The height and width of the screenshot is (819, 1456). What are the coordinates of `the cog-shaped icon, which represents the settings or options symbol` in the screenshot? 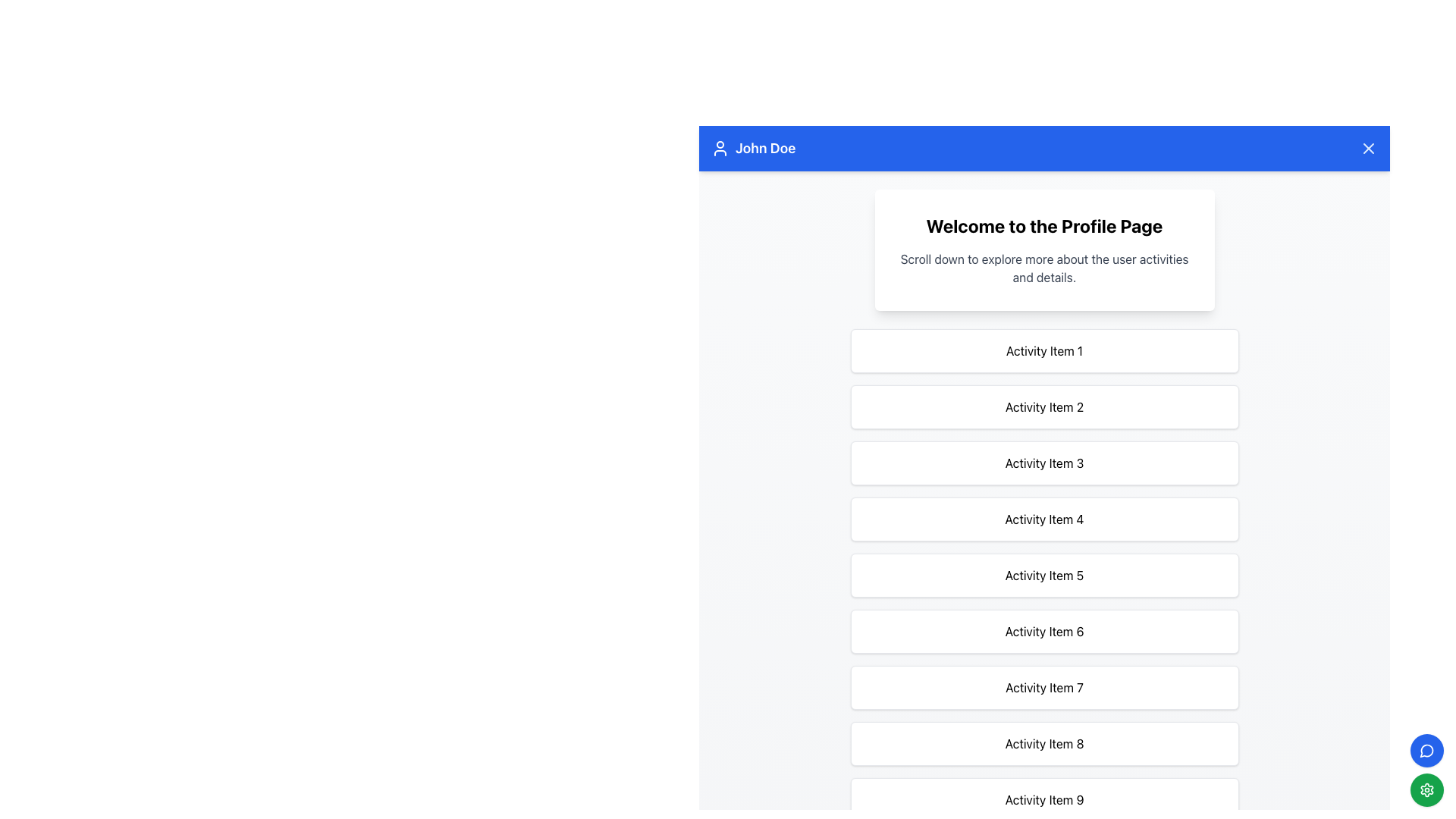 It's located at (1426, 789).